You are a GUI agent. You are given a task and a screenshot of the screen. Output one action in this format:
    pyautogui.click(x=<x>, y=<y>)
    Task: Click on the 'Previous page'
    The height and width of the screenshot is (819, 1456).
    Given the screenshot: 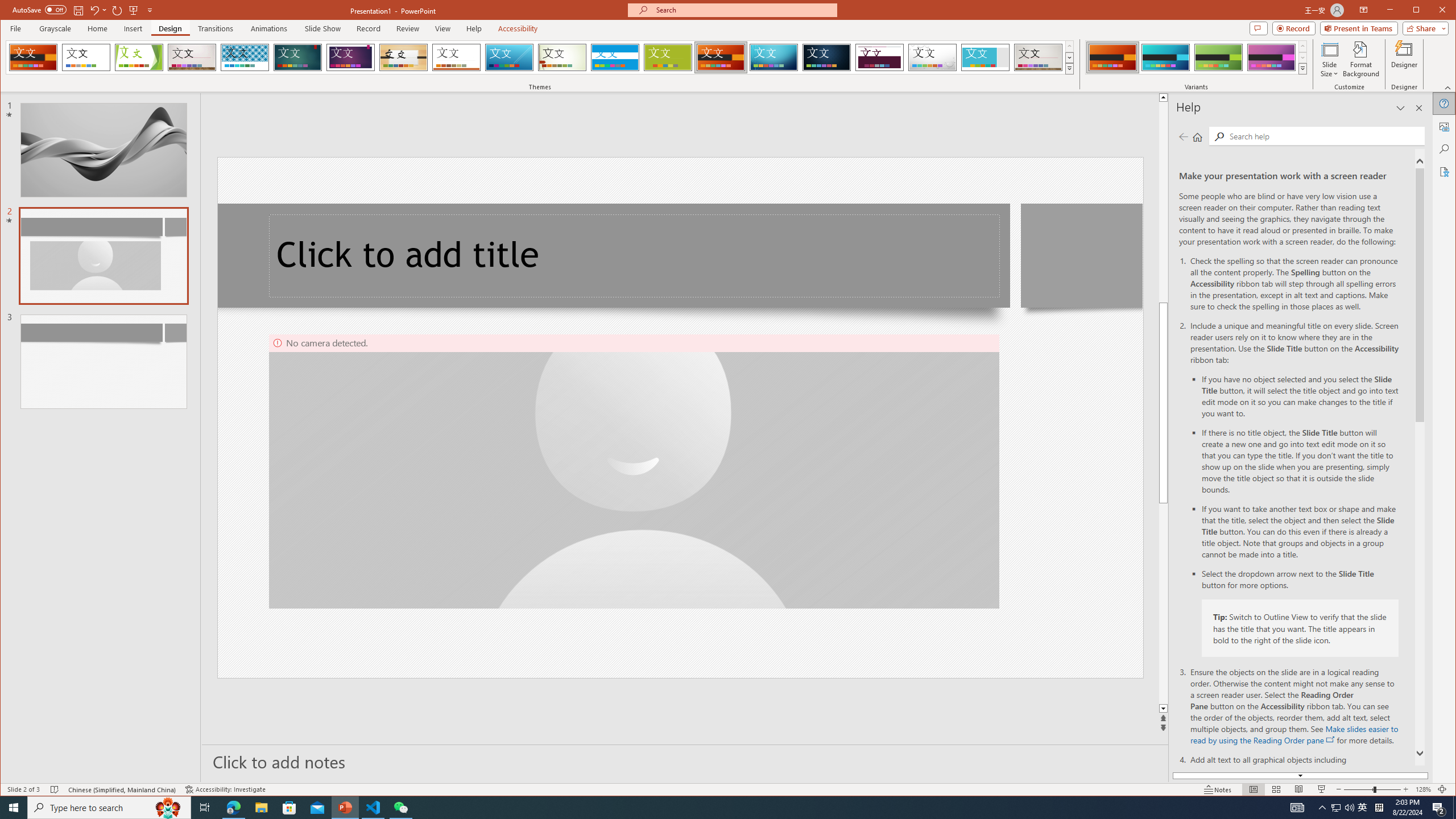 What is the action you would take?
    pyautogui.click(x=1183, y=136)
    